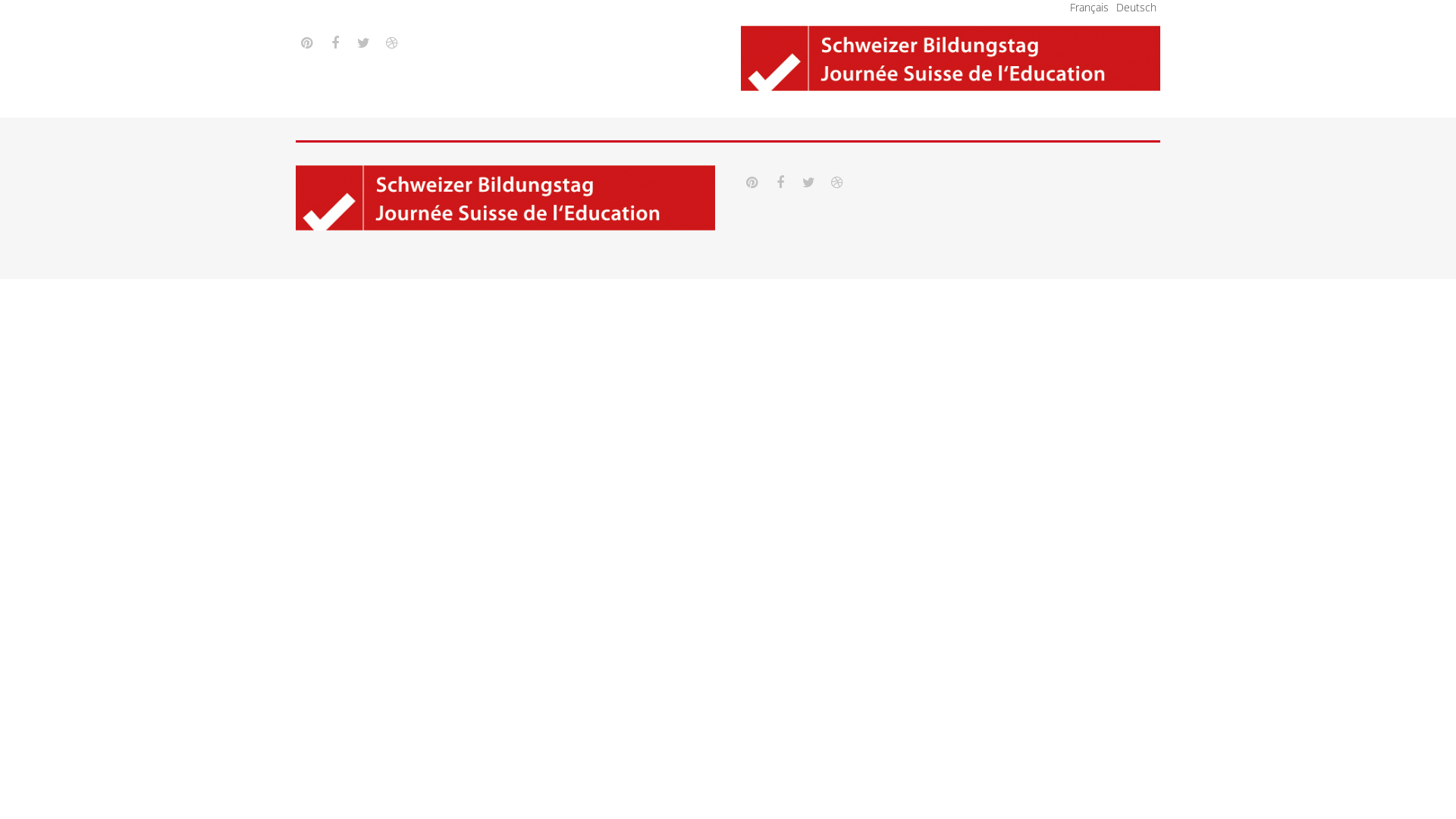 The image size is (1456, 819). What do you see at coordinates (1116, 7) in the screenshot?
I see `'Deutsch'` at bounding box center [1116, 7].